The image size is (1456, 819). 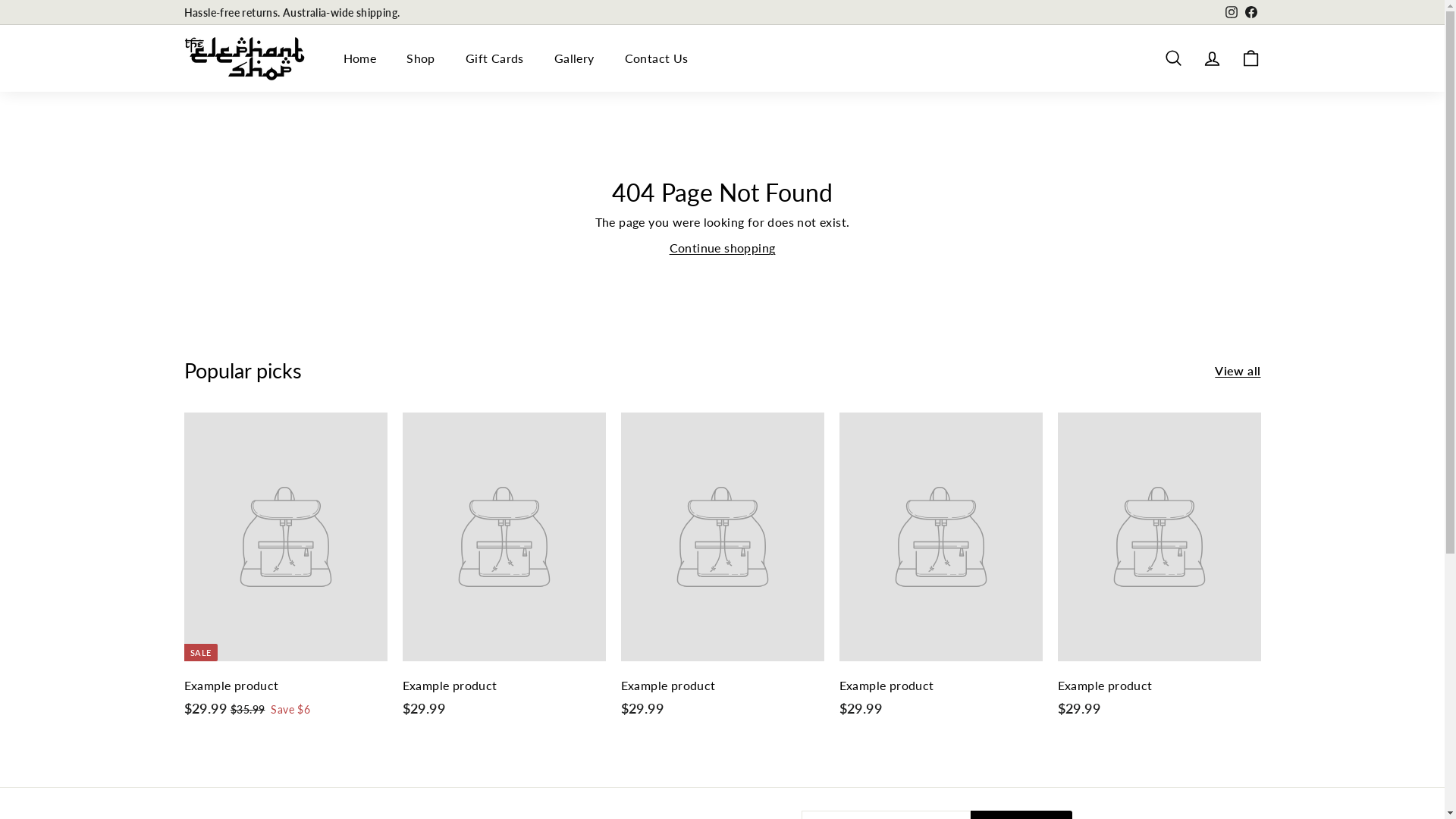 What do you see at coordinates (1250, 11) in the screenshot?
I see `'Facebook'` at bounding box center [1250, 11].